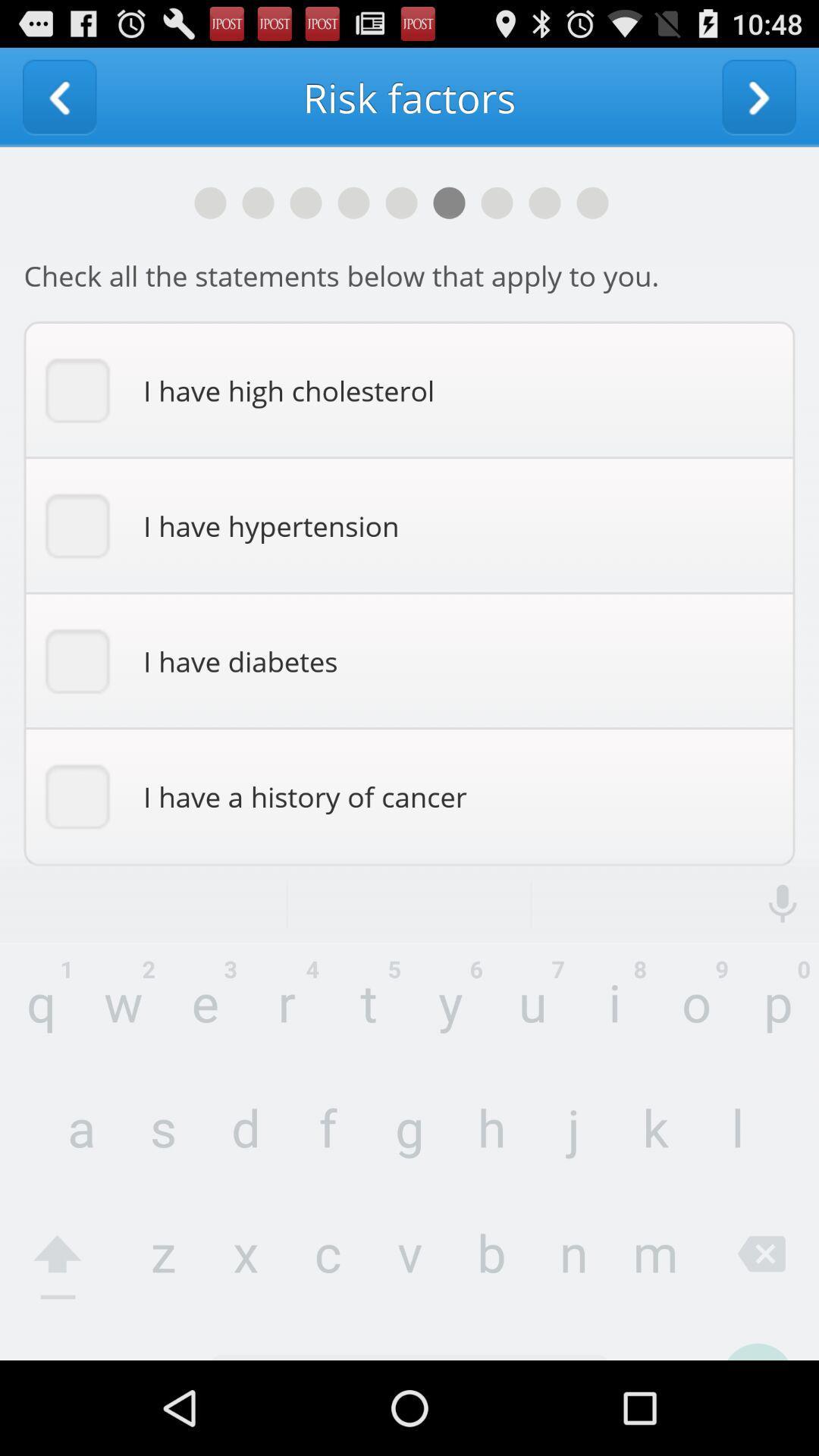 Image resolution: width=819 pixels, height=1456 pixels. Describe the element at coordinates (759, 96) in the screenshot. I see `go foward one page` at that location.